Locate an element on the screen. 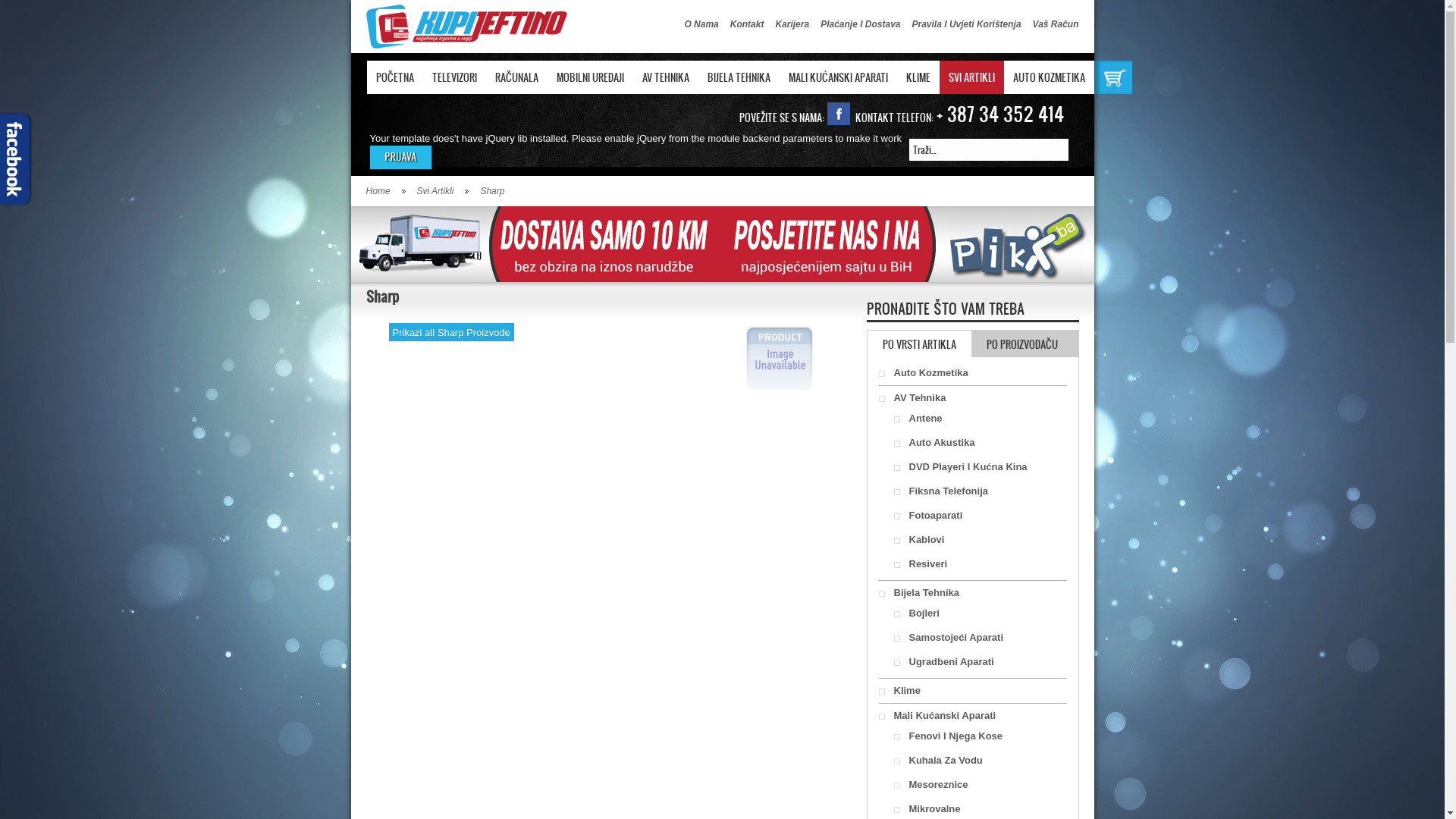 The image size is (1456, 819). 'BIJELA TEHNIKA' is located at coordinates (738, 77).